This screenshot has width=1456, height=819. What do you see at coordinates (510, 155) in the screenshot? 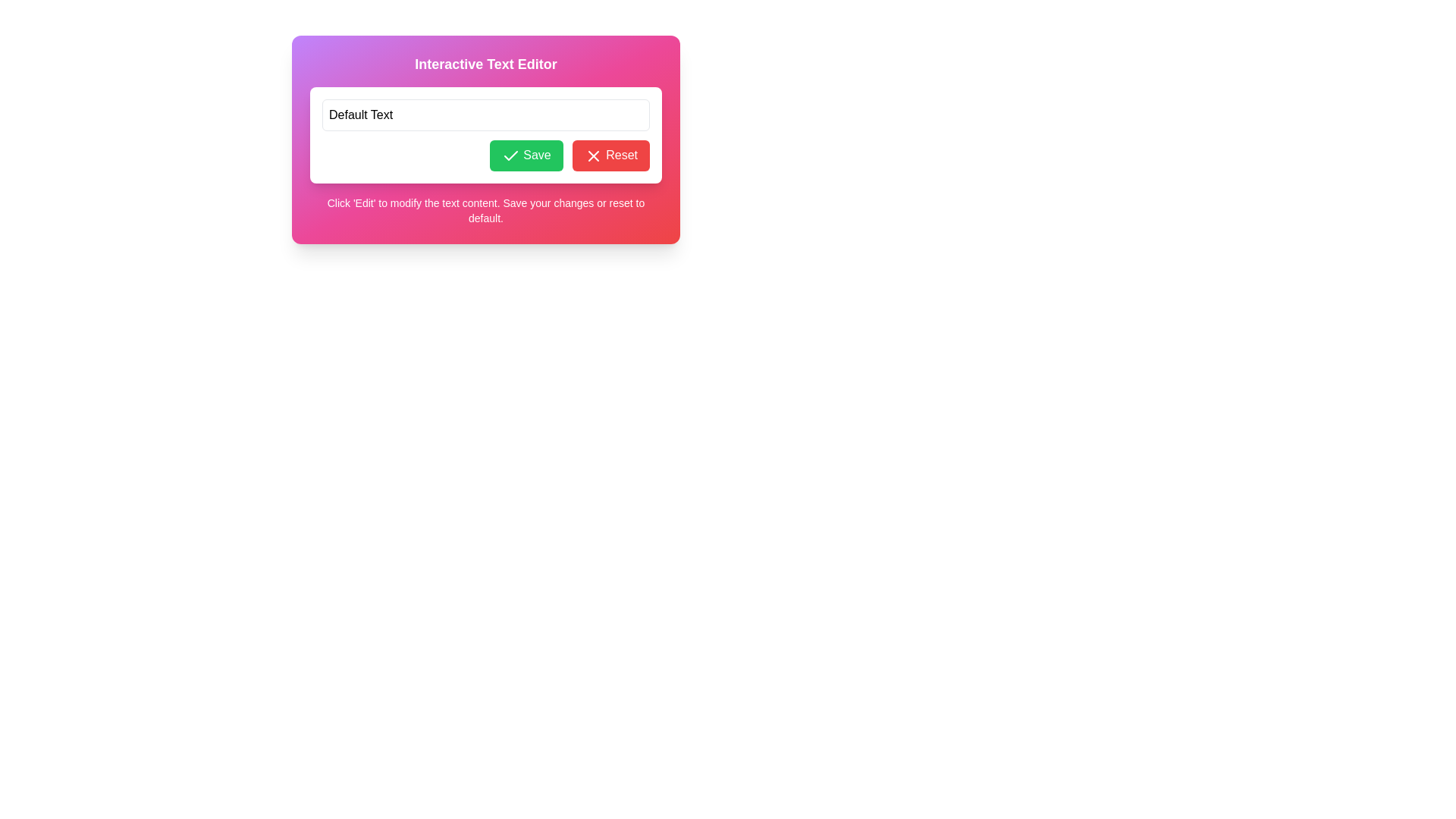
I see `the green check mark icon within the 'Save' button` at bounding box center [510, 155].